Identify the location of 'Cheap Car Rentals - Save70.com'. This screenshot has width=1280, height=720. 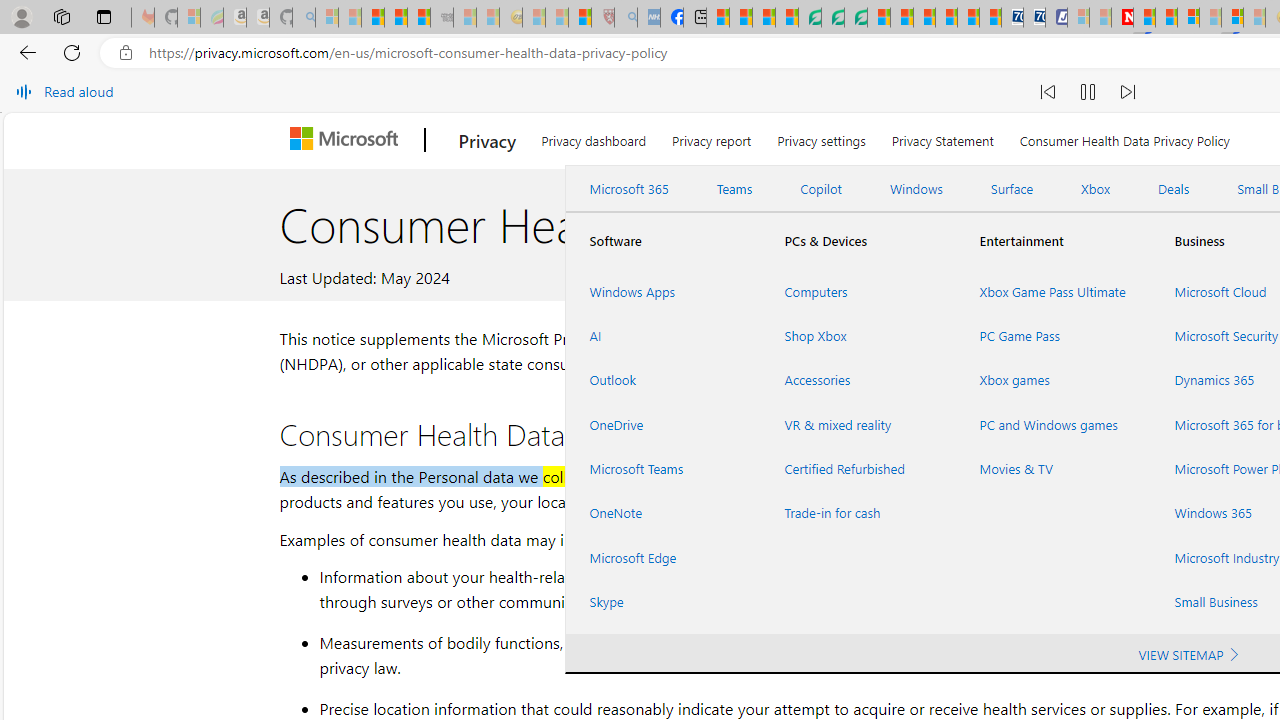
(1012, 17).